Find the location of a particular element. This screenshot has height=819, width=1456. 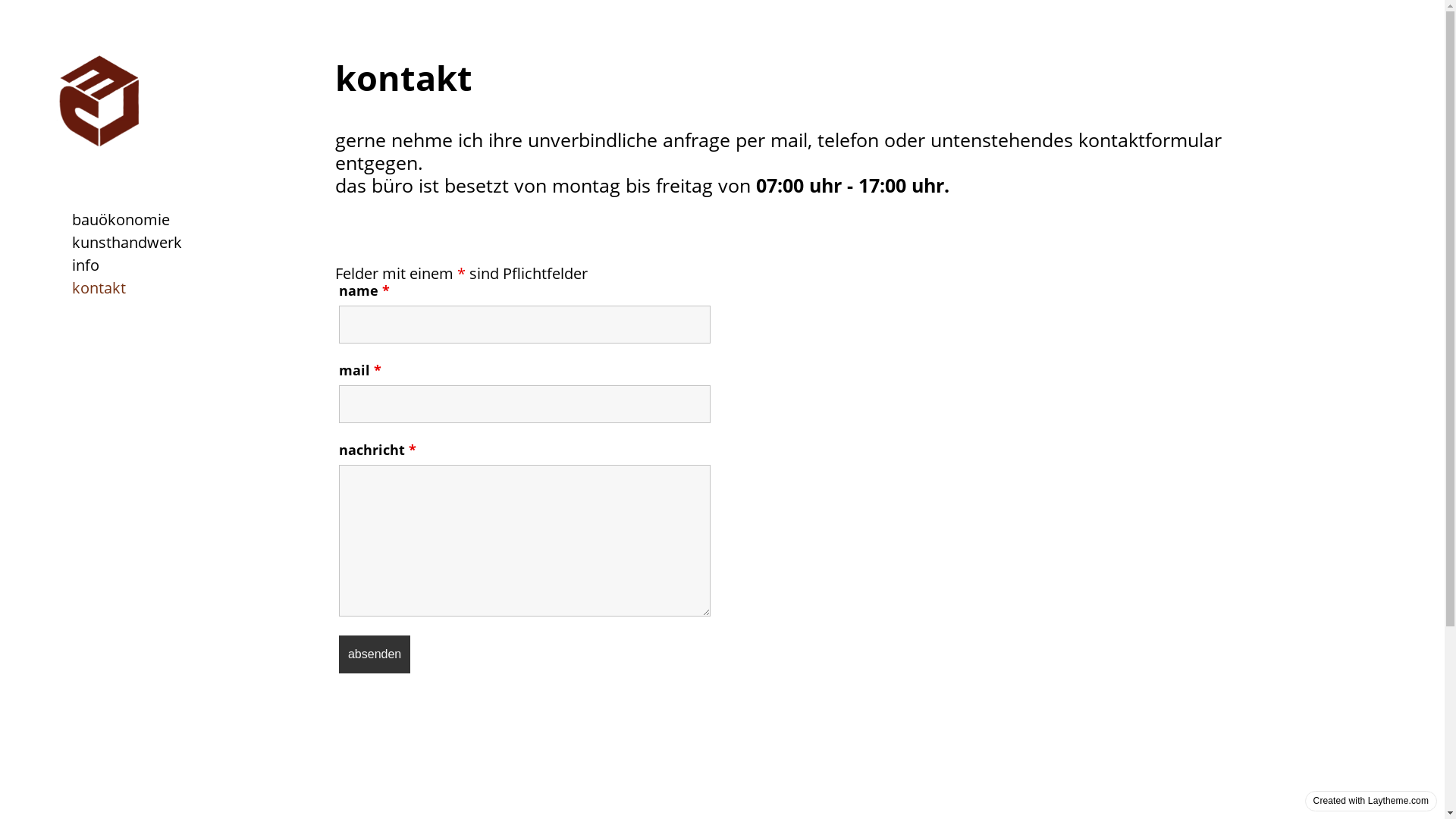

'Created with Laytheme.com' is located at coordinates (1371, 800).